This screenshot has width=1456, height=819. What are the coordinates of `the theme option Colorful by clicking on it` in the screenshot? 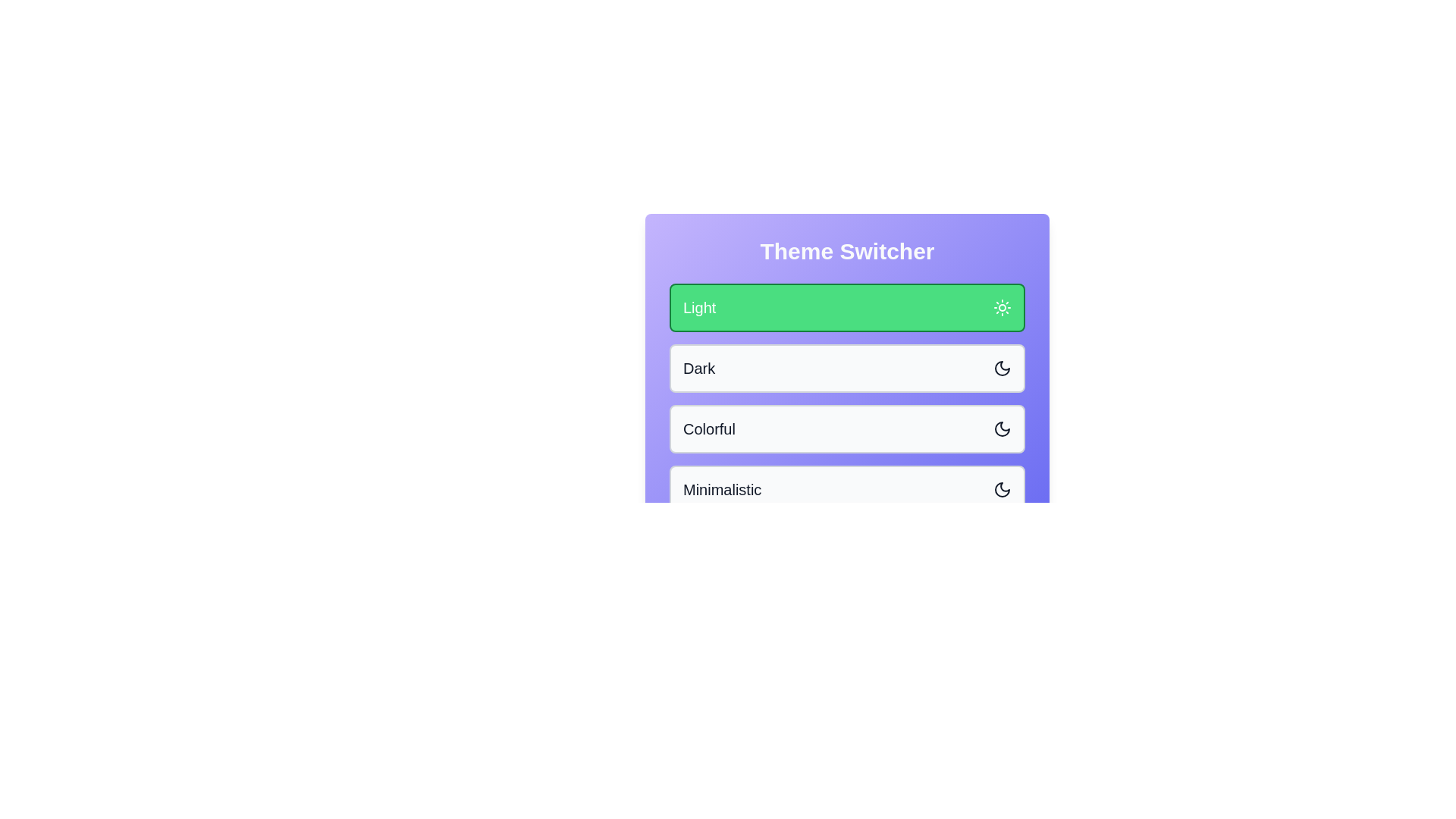 It's located at (846, 429).